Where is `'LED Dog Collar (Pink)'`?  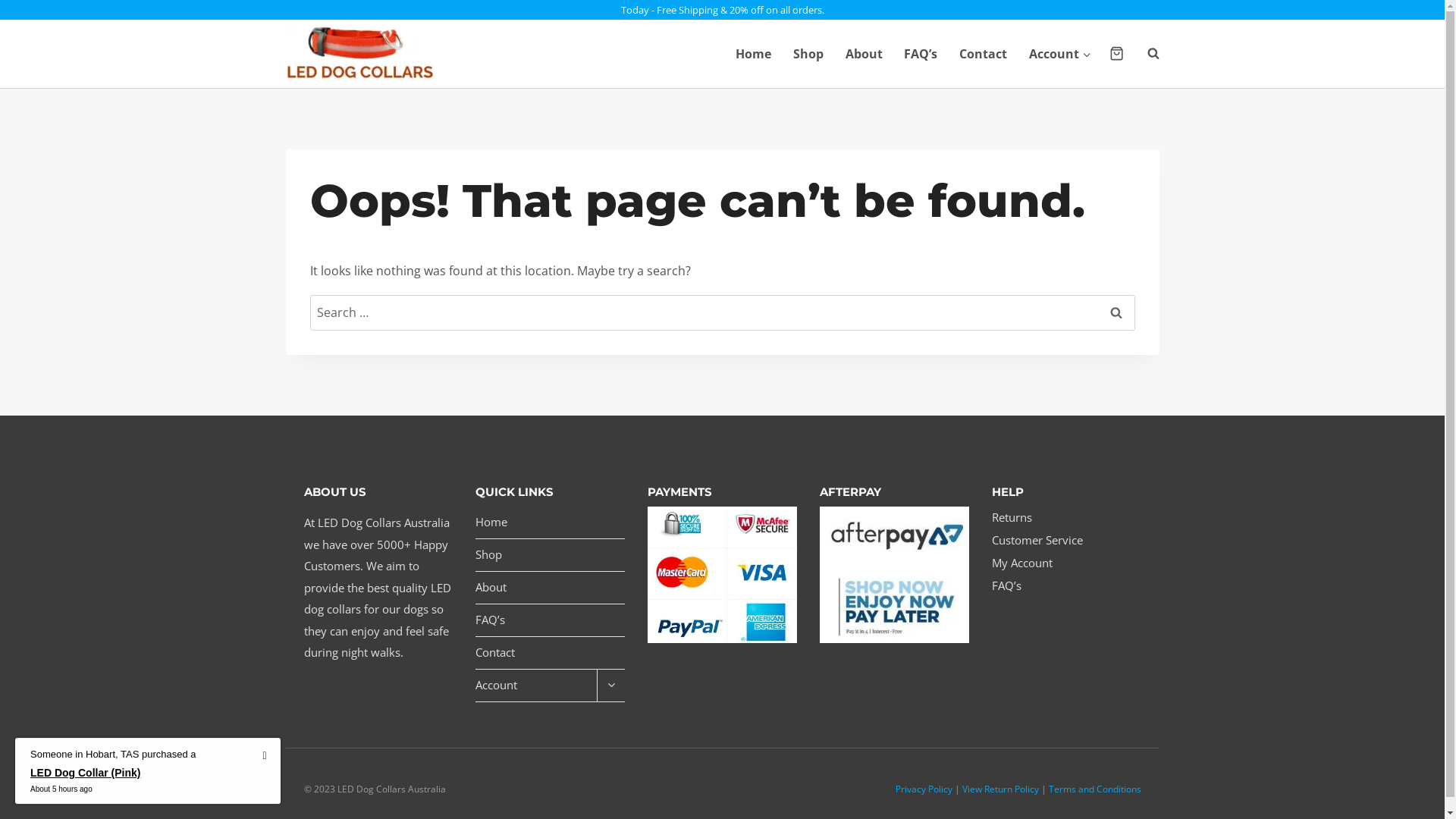 'LED Dog Collar (Pink)' is located at coordinates (111, 780).